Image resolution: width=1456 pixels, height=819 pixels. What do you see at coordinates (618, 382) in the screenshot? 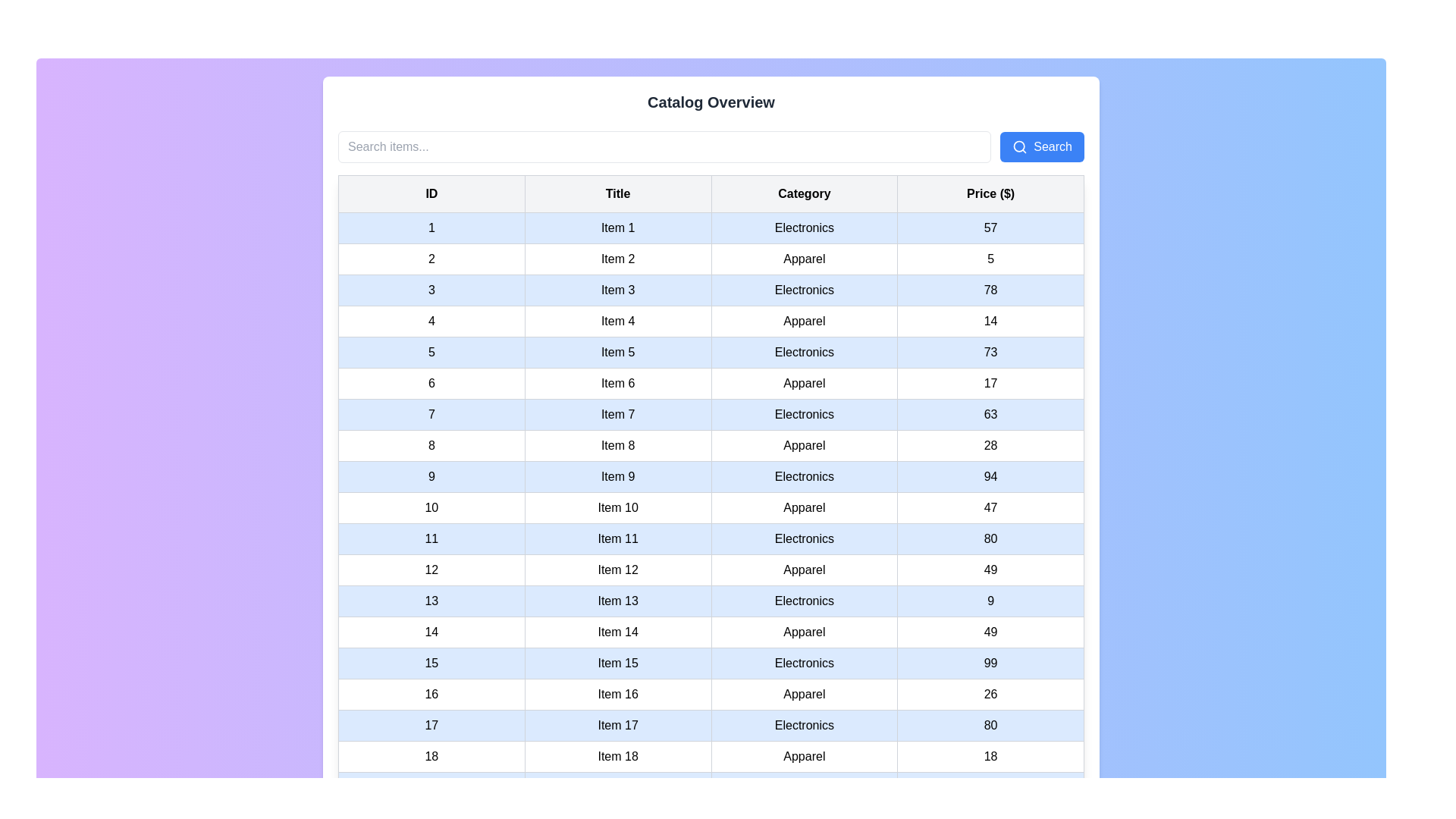
I see `displayed text from the table cell in the second column of the sixth row under the 'Title' header` at bounding box center [618, 382].